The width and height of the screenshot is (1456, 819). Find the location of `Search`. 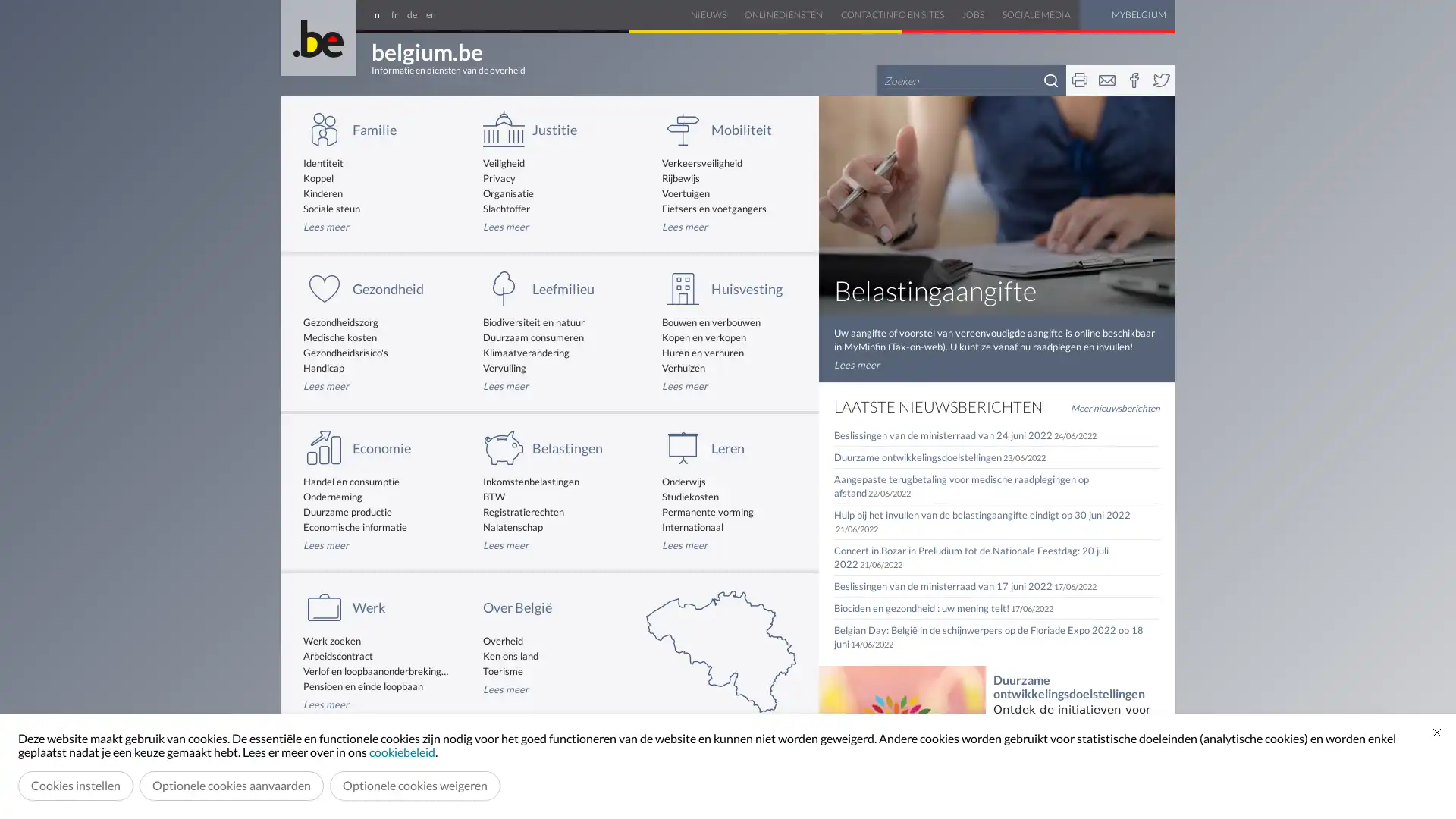

Search is located at coordinates (1050, 80).